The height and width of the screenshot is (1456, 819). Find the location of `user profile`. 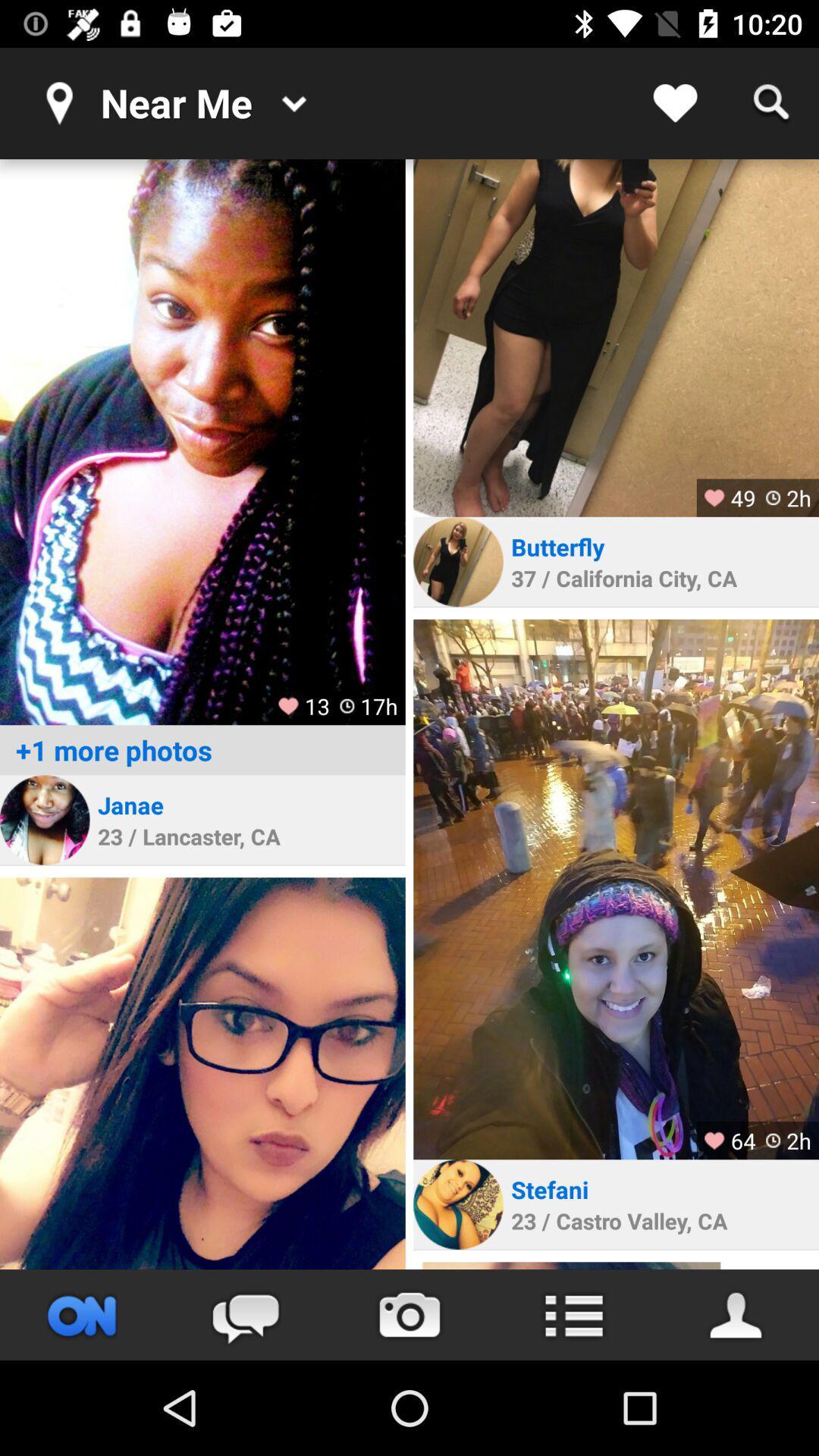

user profile is located at coordinates (616, 337).